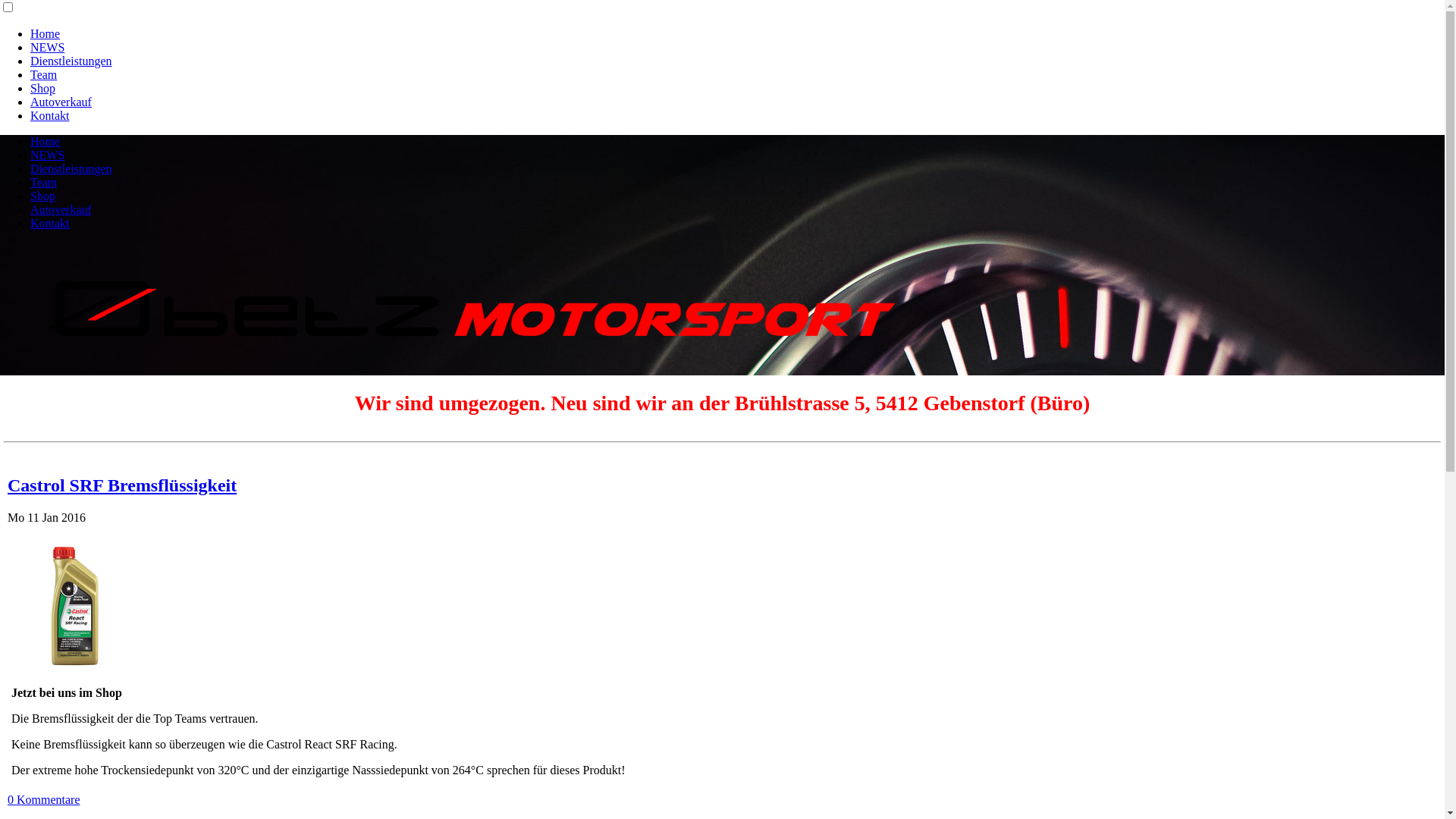 The width and height of the screenshot is (1456, 819). Describe the element at coordinates (47, 155) in the screenshot. I see `'NEWS'` at that location.